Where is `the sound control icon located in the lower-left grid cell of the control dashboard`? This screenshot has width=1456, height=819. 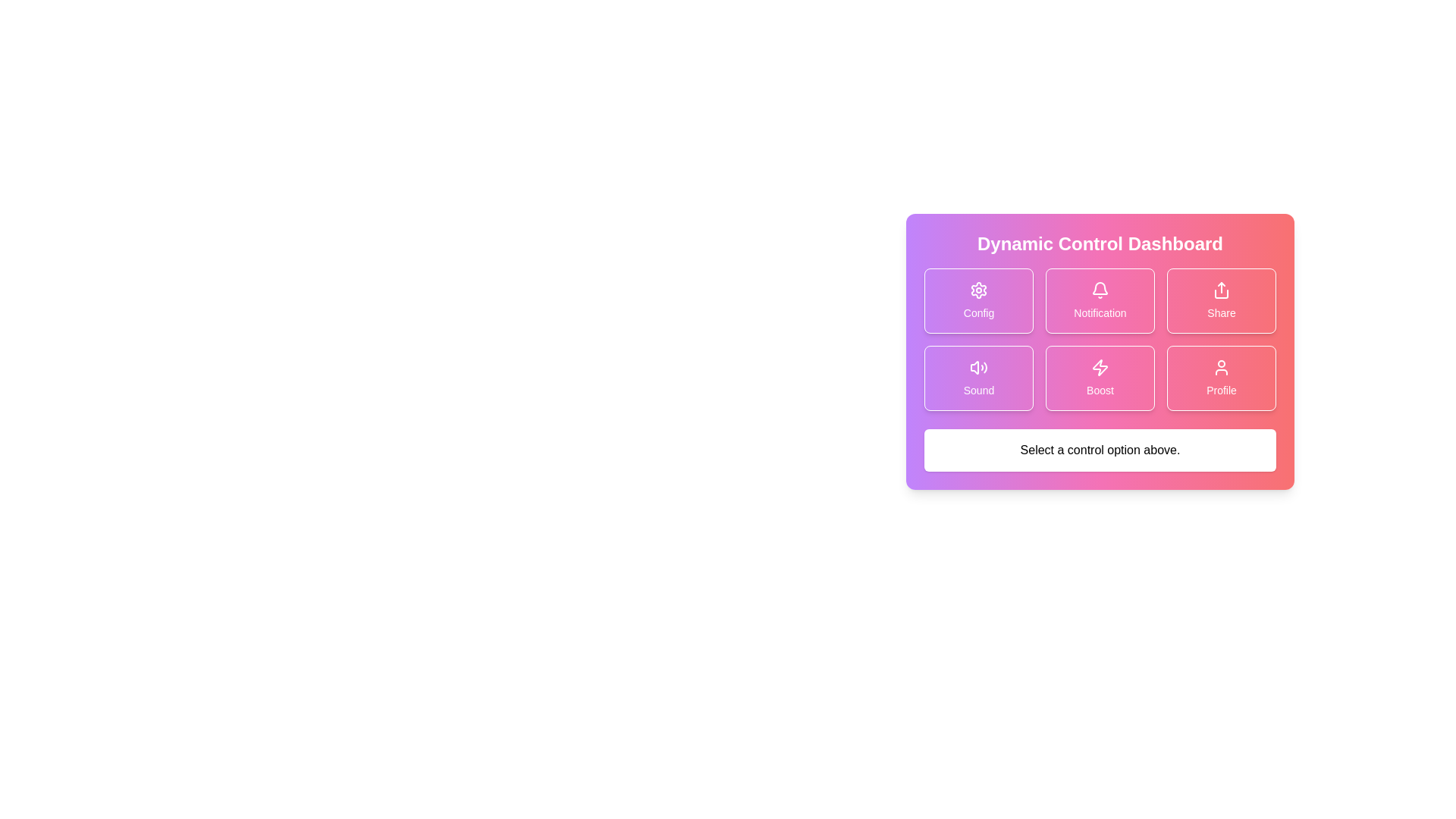
the sound control icon located in the lower-left grid cell of the control dashboard is located at coordinates (974, 368).